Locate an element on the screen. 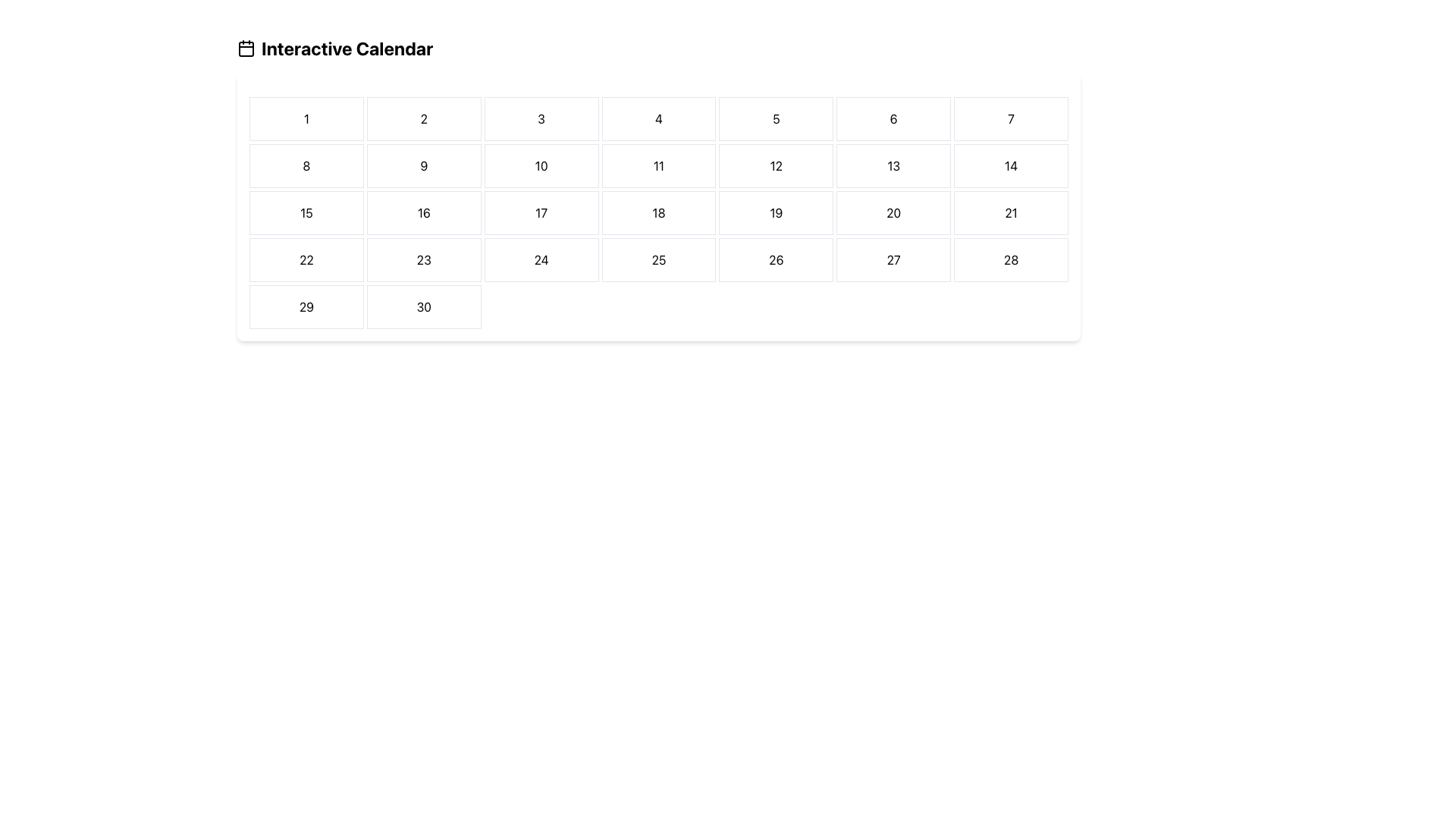 This screenshot has height=819, width=1456. the static text display in a bordered box containing the text '21', located in the third row and seventh column of the grid layout is located at coordinates (1011, 213).